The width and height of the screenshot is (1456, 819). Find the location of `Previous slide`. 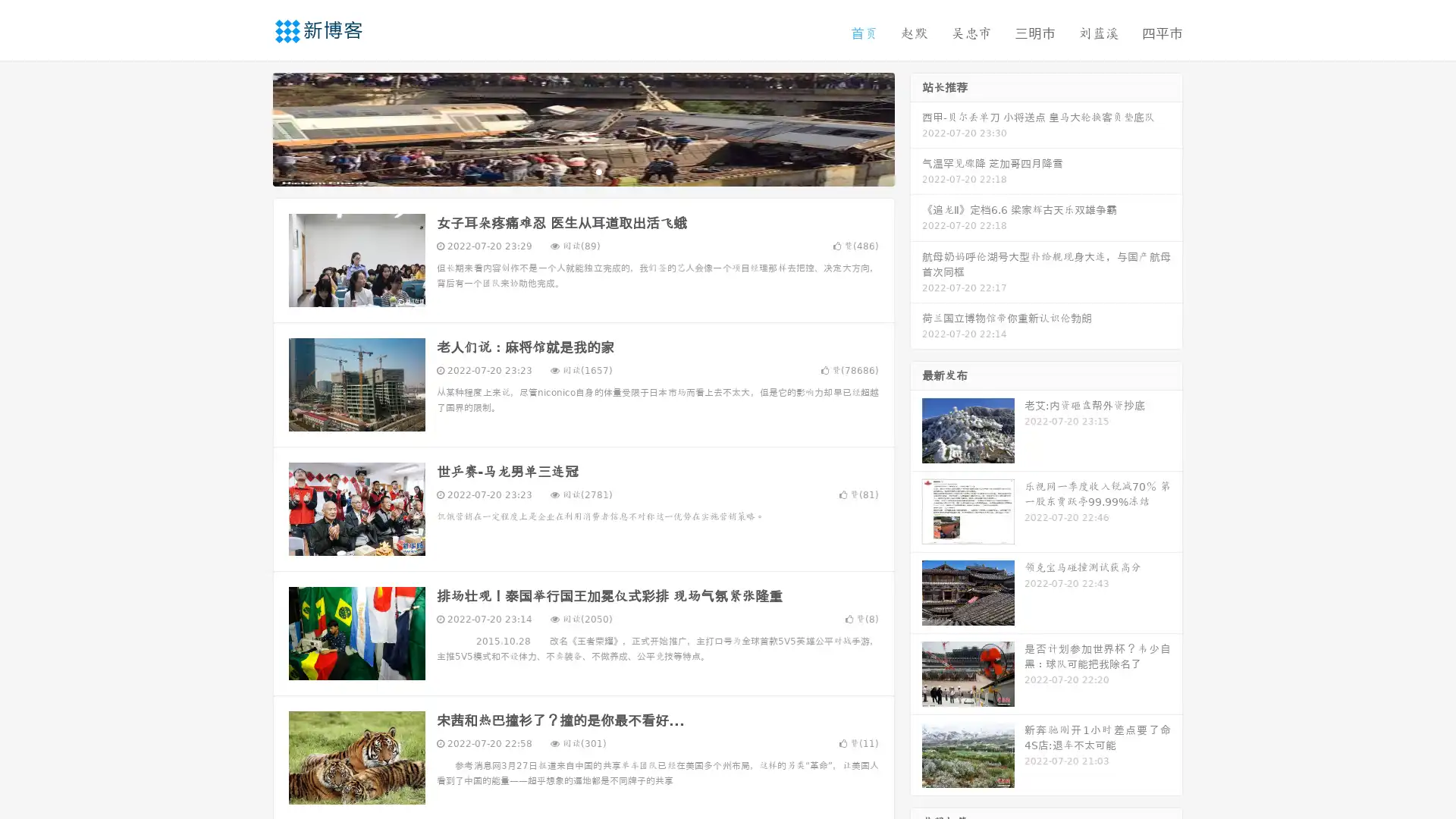

Previous slide is located at coordinates (250, 127).